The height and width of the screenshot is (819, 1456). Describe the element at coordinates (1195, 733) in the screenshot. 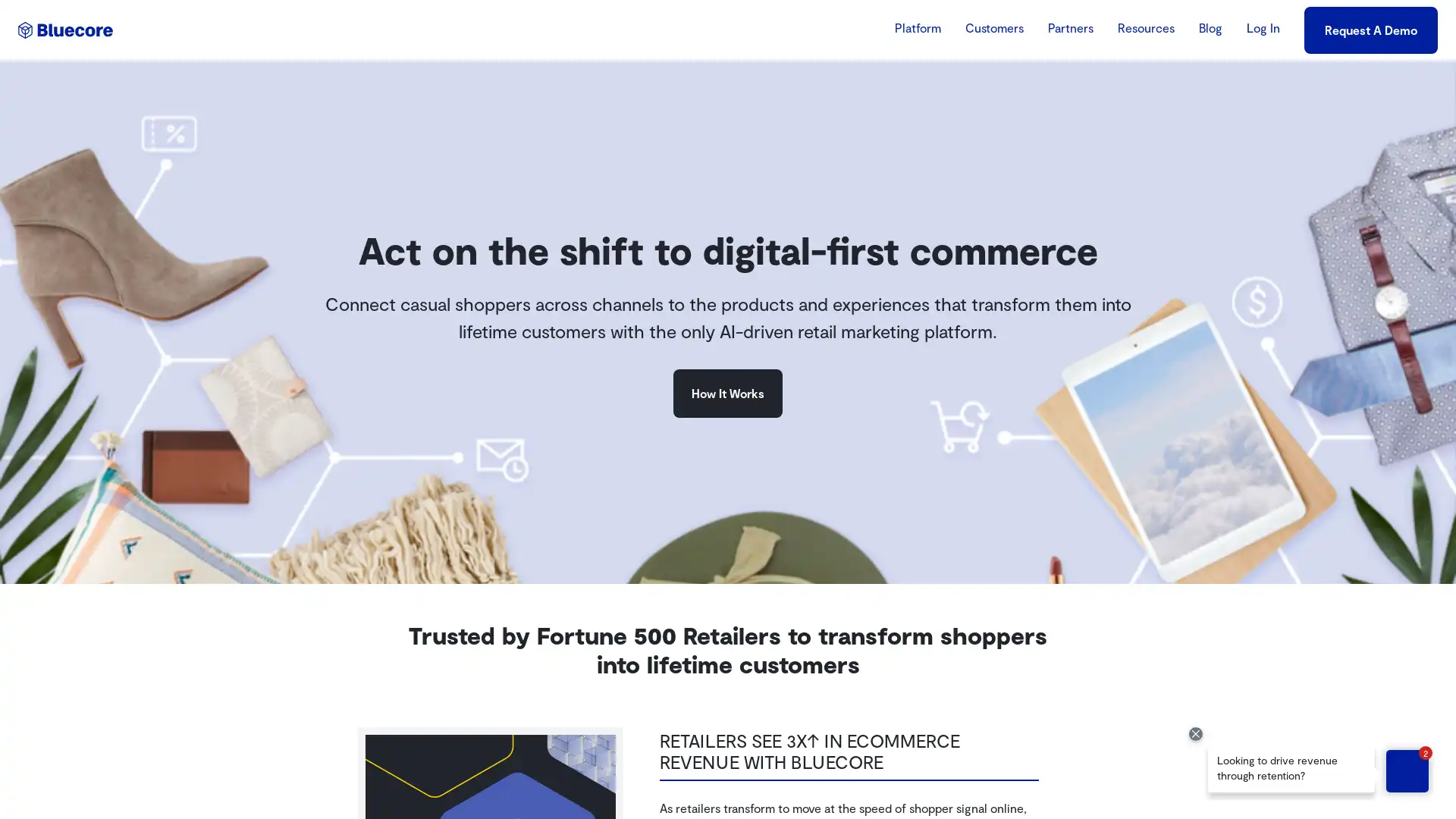

I see `Close Drift Widget messenger preview overlay` at that location.